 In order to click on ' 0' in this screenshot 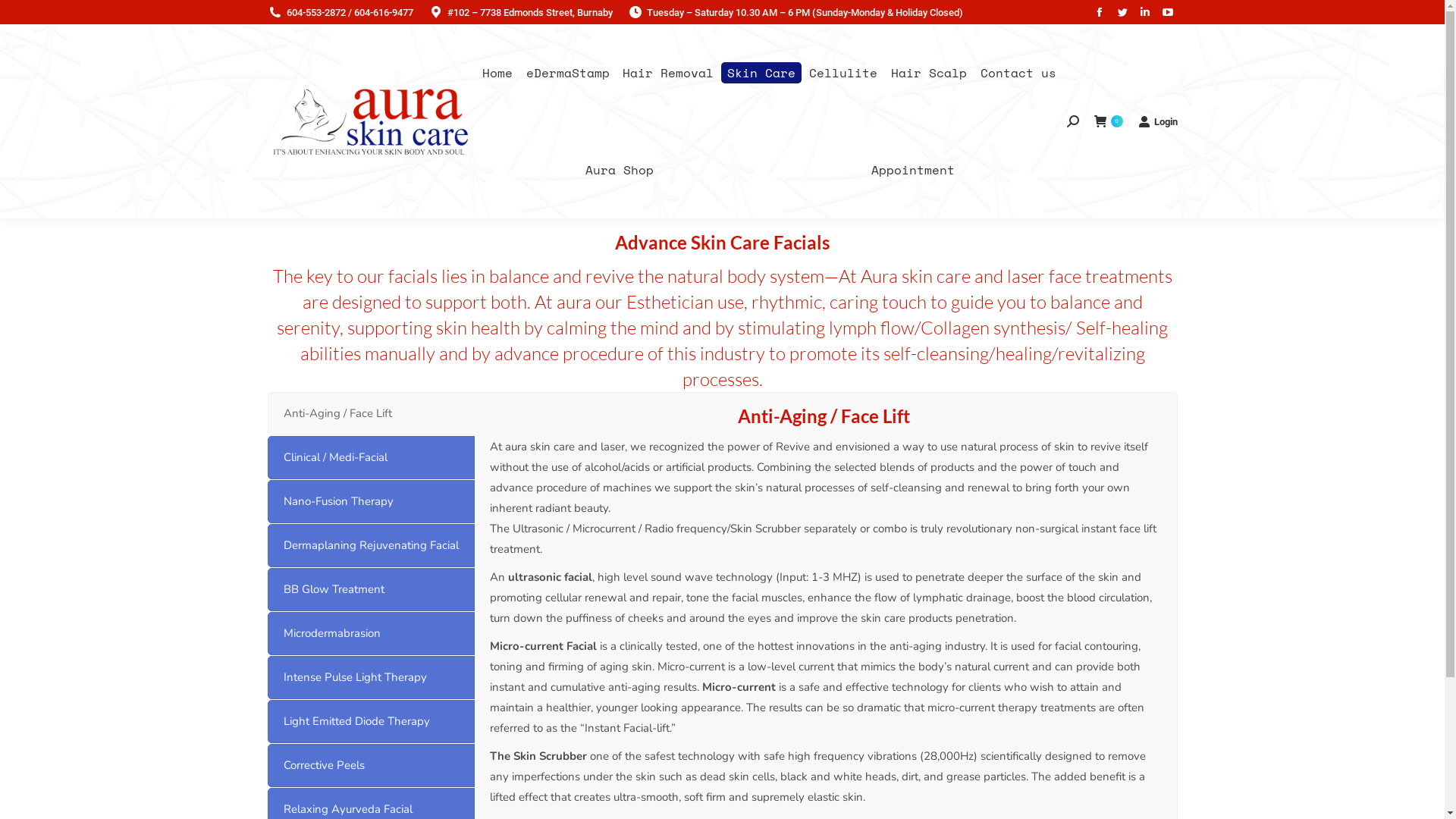, I will do `click(1107, 121)`.